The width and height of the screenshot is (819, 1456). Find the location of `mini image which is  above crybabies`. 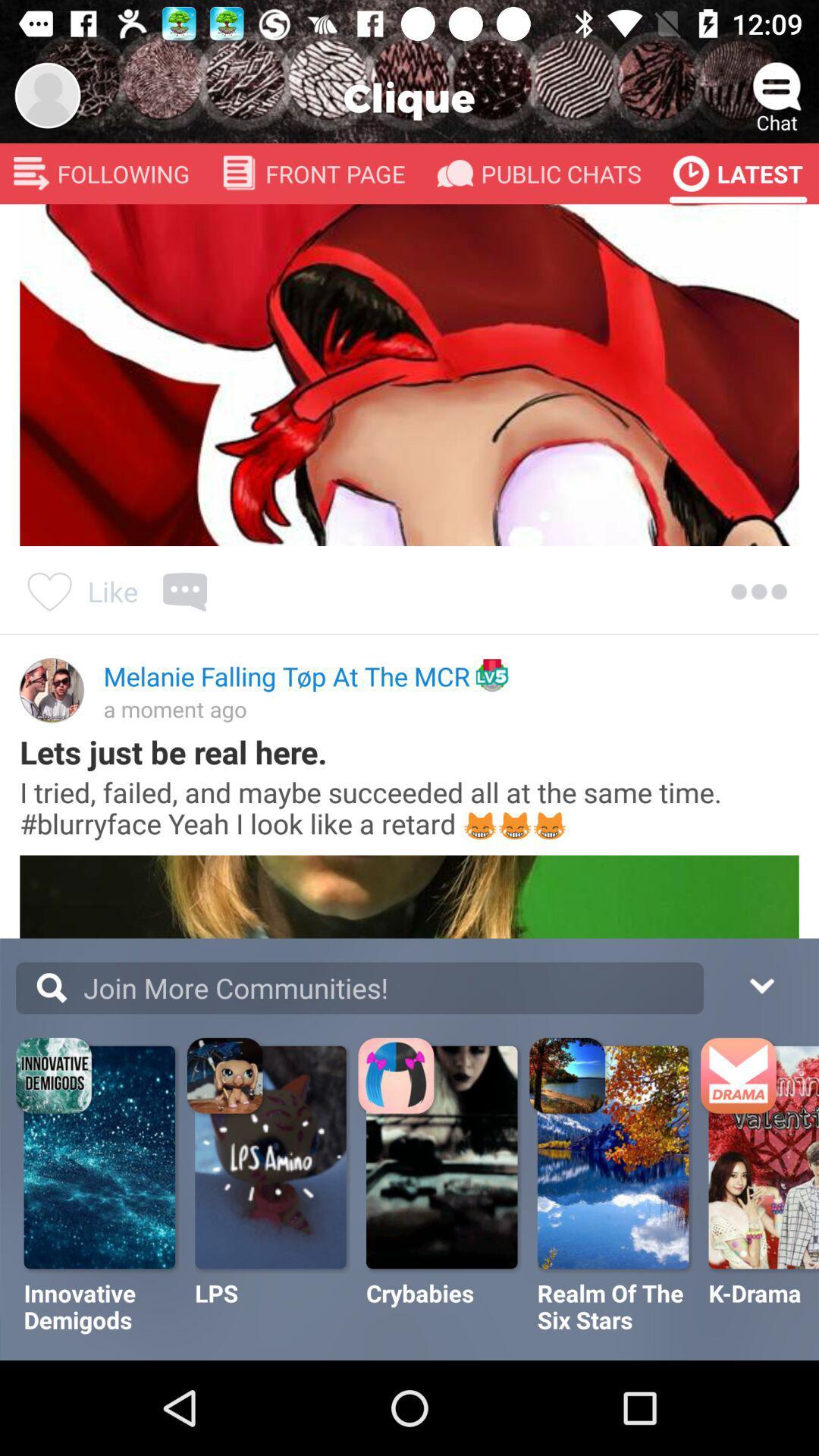

mini image which is  above crybabies is located at coordinates (397, 1077).